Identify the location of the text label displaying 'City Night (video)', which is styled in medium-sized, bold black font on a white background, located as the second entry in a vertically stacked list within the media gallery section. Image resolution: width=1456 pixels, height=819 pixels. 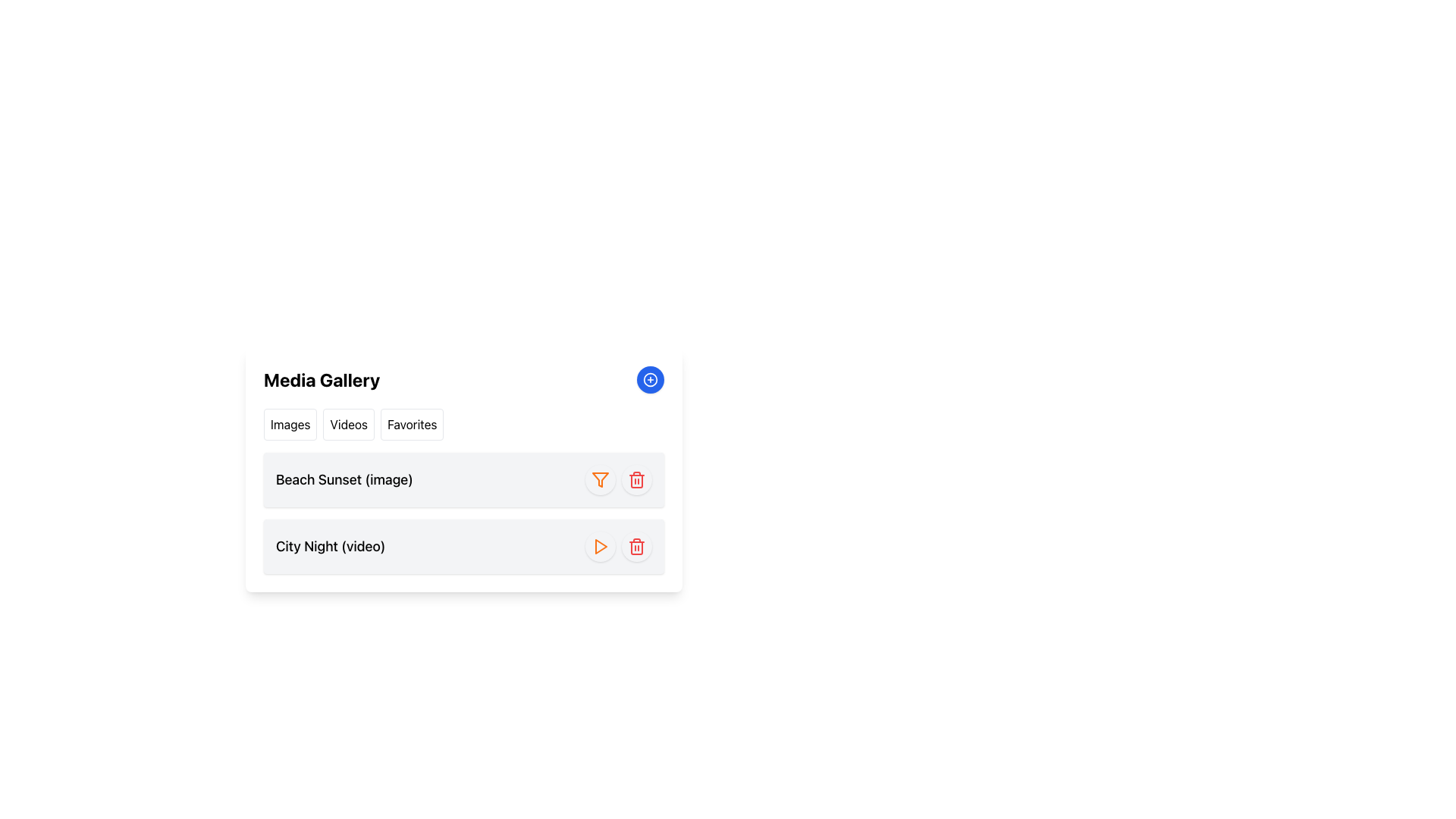
(330, 547).